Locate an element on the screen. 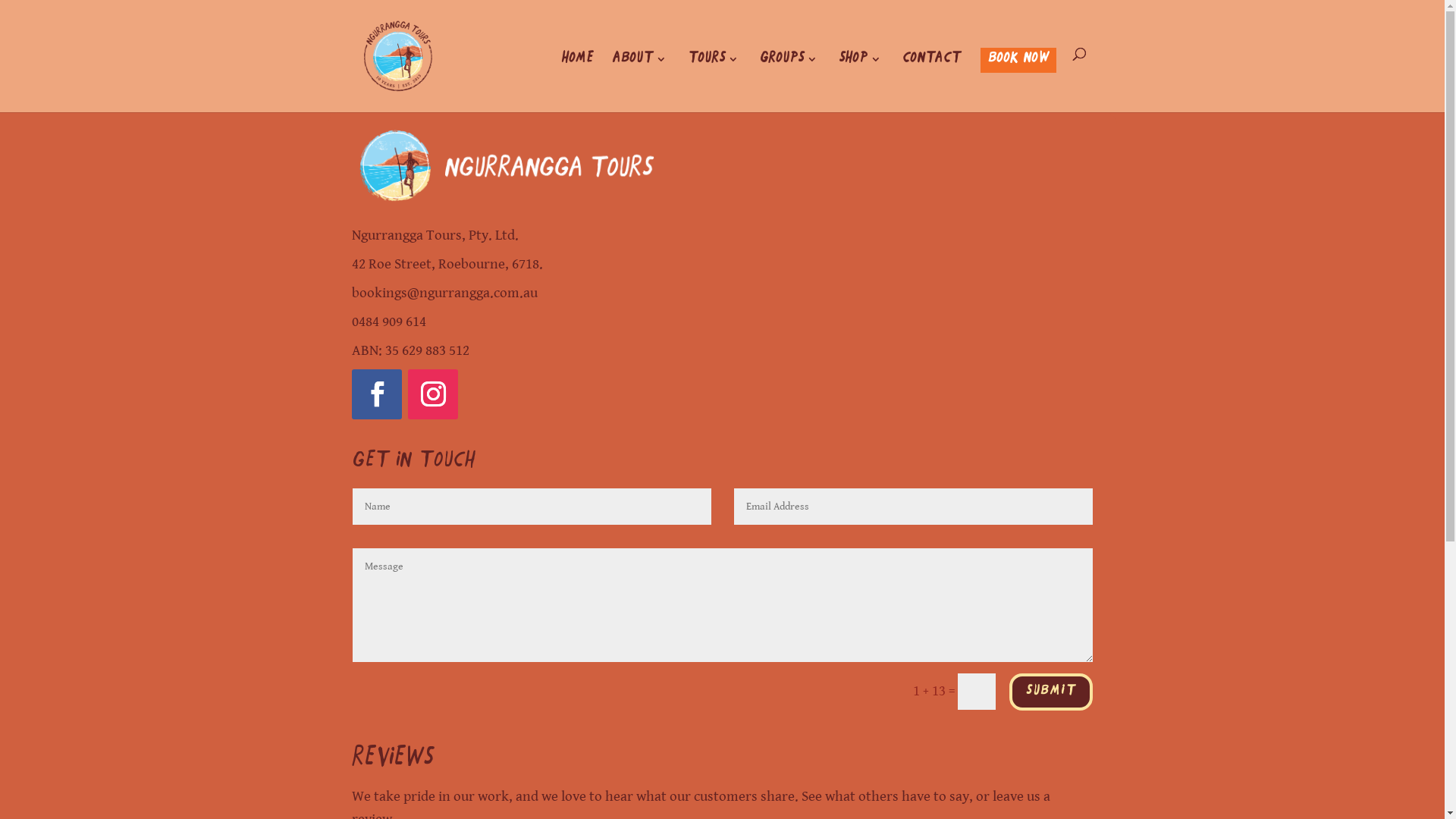 The height and width of the screenshot is (819, 1456). 'CONTACT' is located at coordinates (902, 83).